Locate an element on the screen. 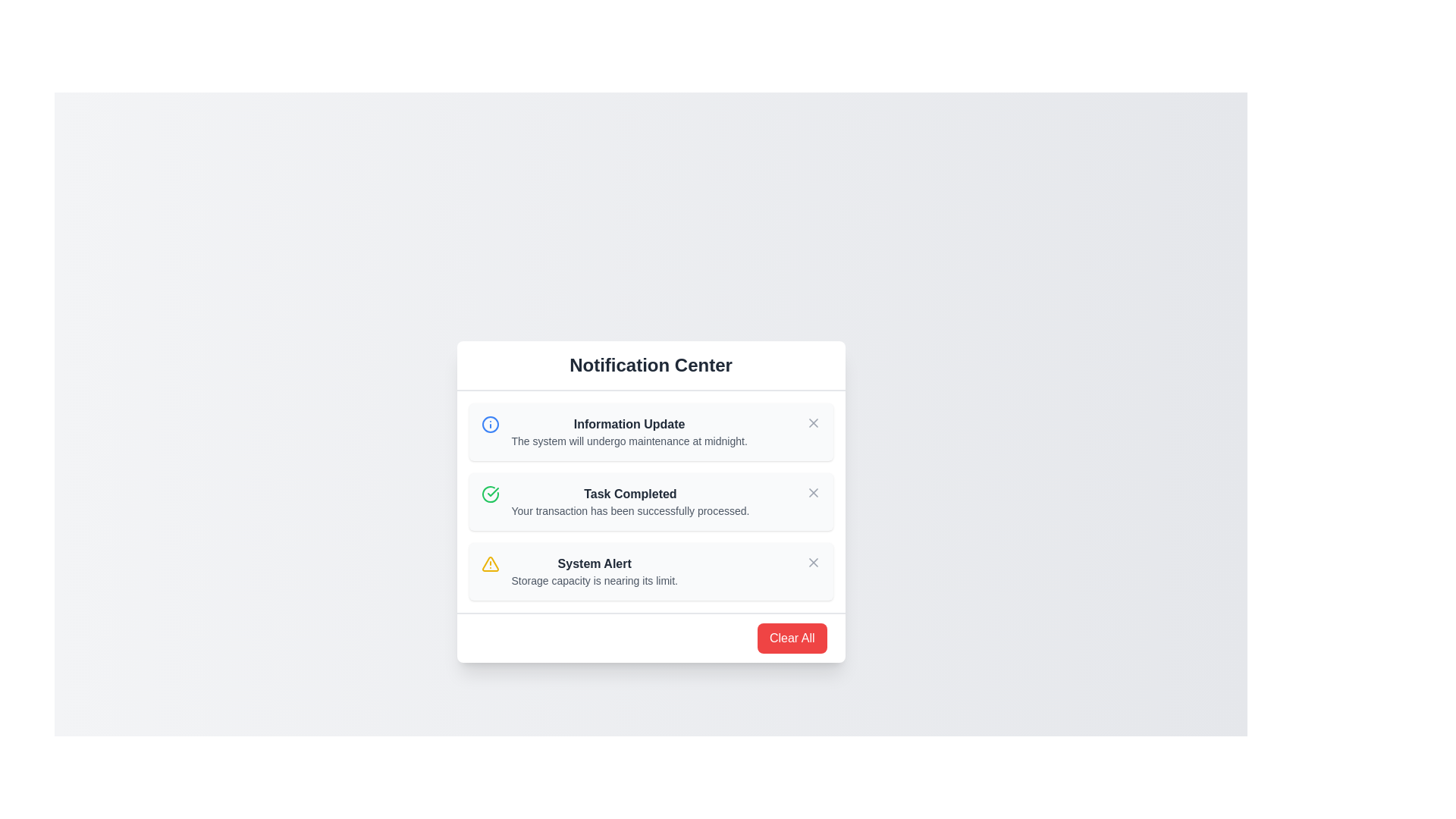 The height and width of the screenshot is (819, 1456). the success indicator icon in the 'Task Completed' notification card located in the second row of the notification list is located at coordinates (490, 494).